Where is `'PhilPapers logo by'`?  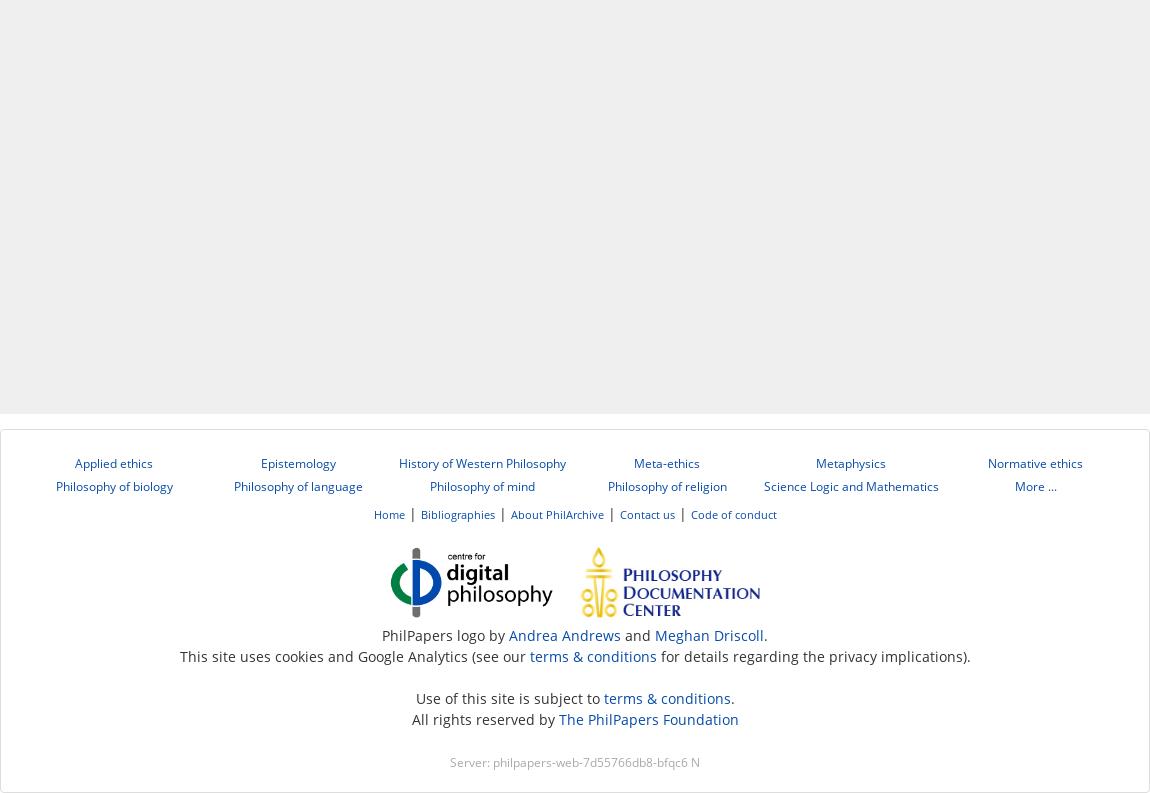
'PhilPapers logo by' is located at coordinates (445, 634).